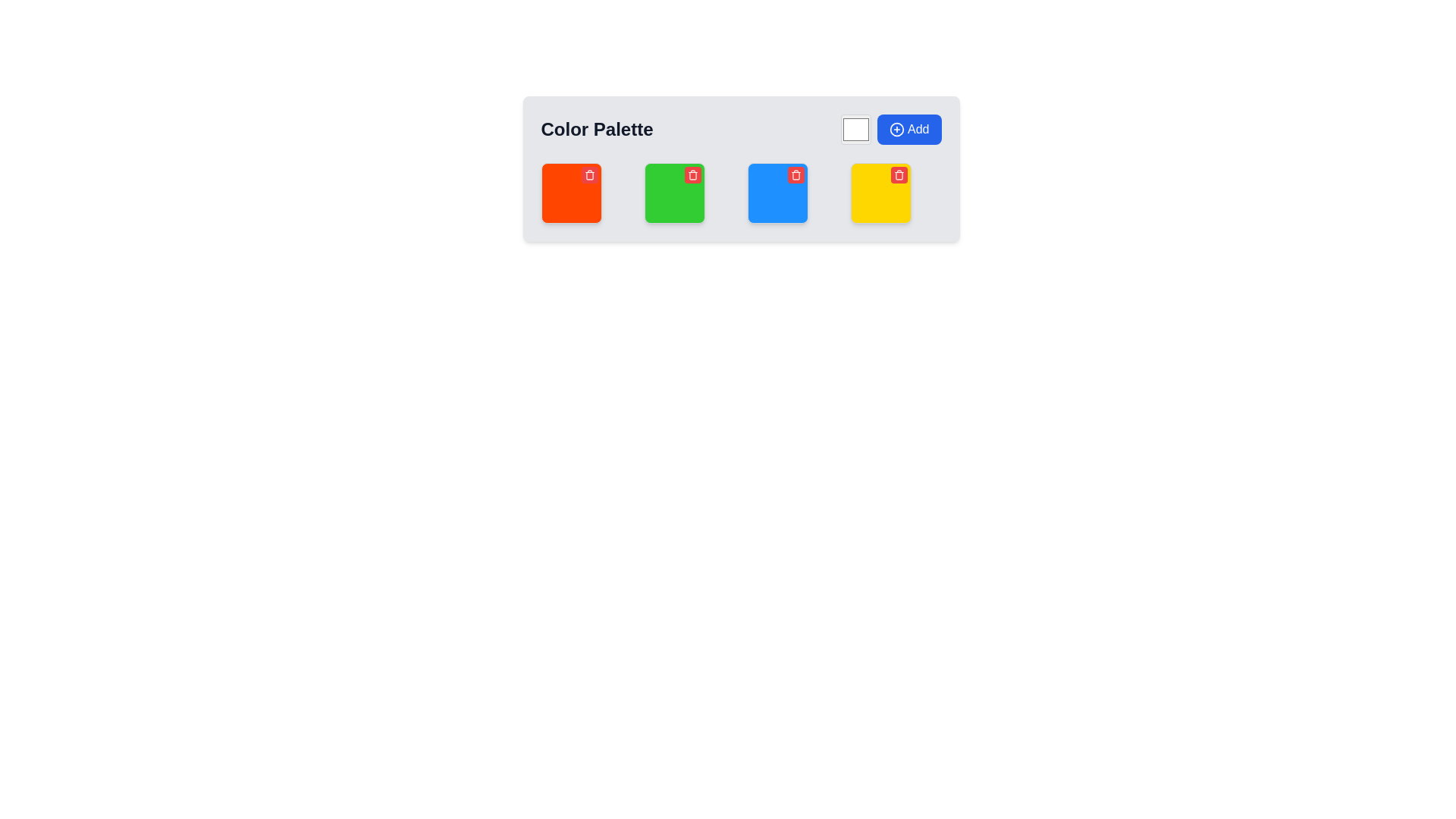 The width and height of the screenshot is (1456, 819). I want to click on the red circular delete button with a white trash icon located in the top-right corner of the third tile in the color palette interface, so click(795, 174).